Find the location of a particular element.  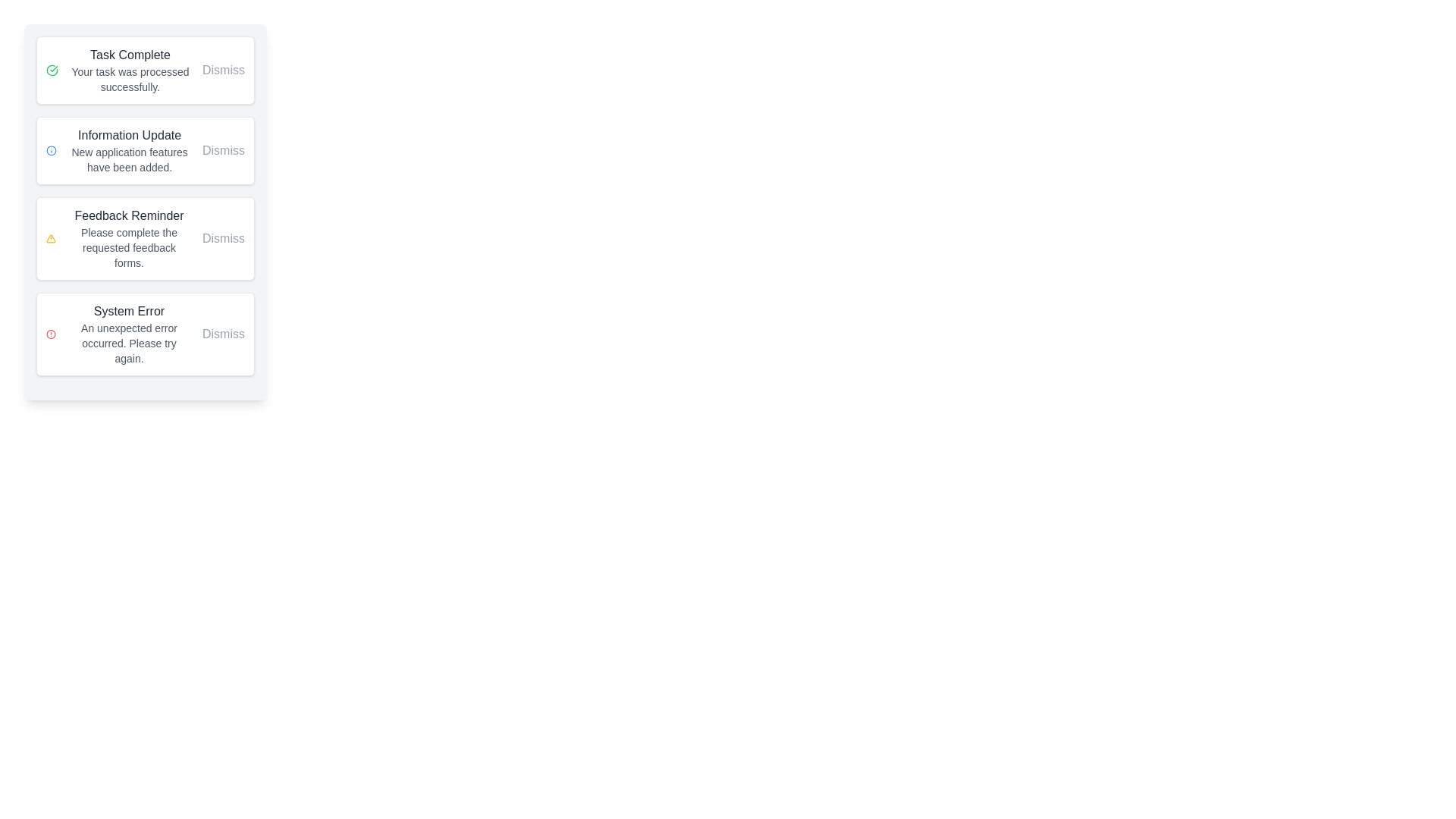

information provided in the textual alert component that is positioned below the 'Feedback Reminder' section and above the 'Dismiss' button is located at coordinates (129, 333).